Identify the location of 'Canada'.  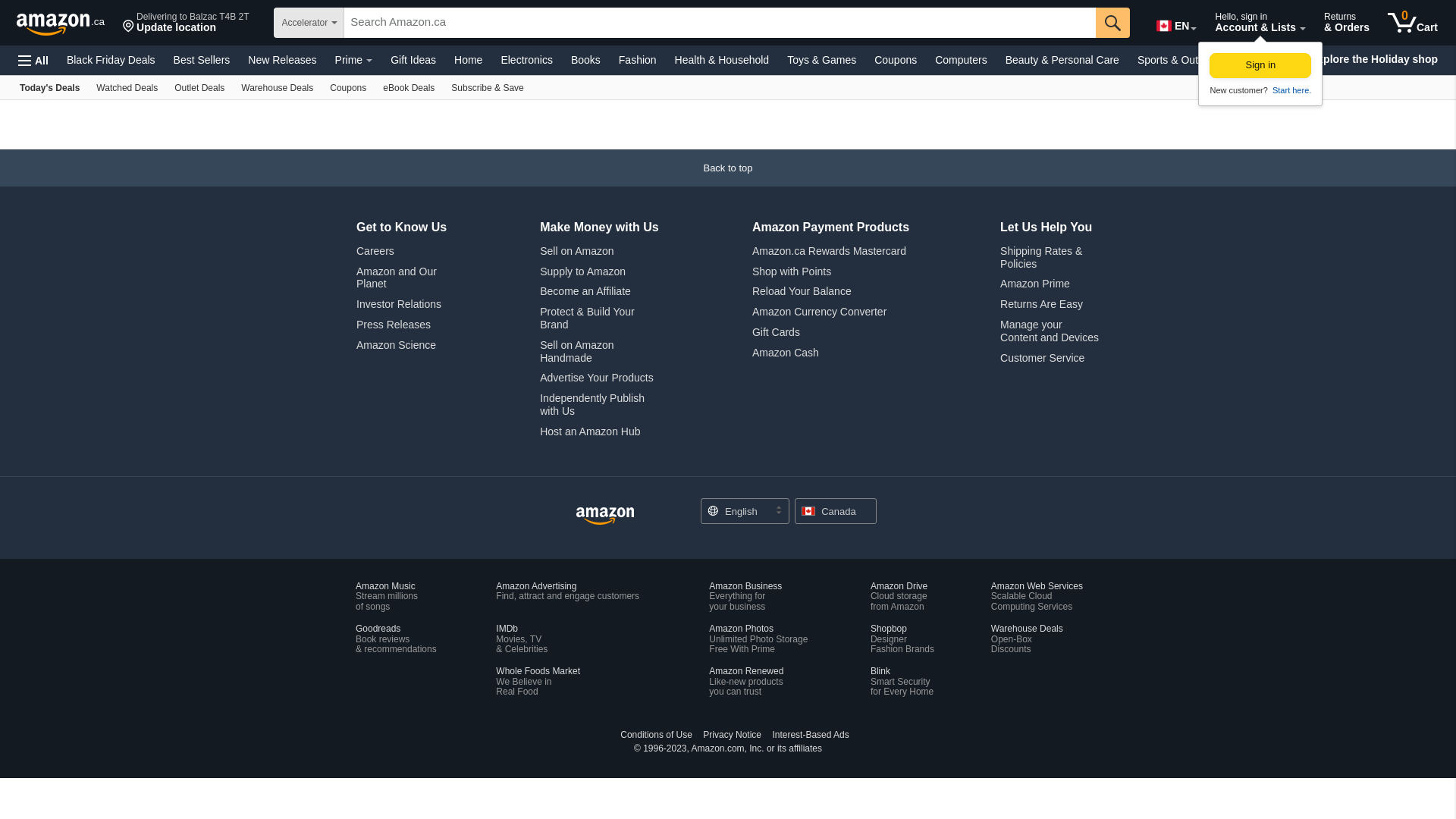
(834, 511).